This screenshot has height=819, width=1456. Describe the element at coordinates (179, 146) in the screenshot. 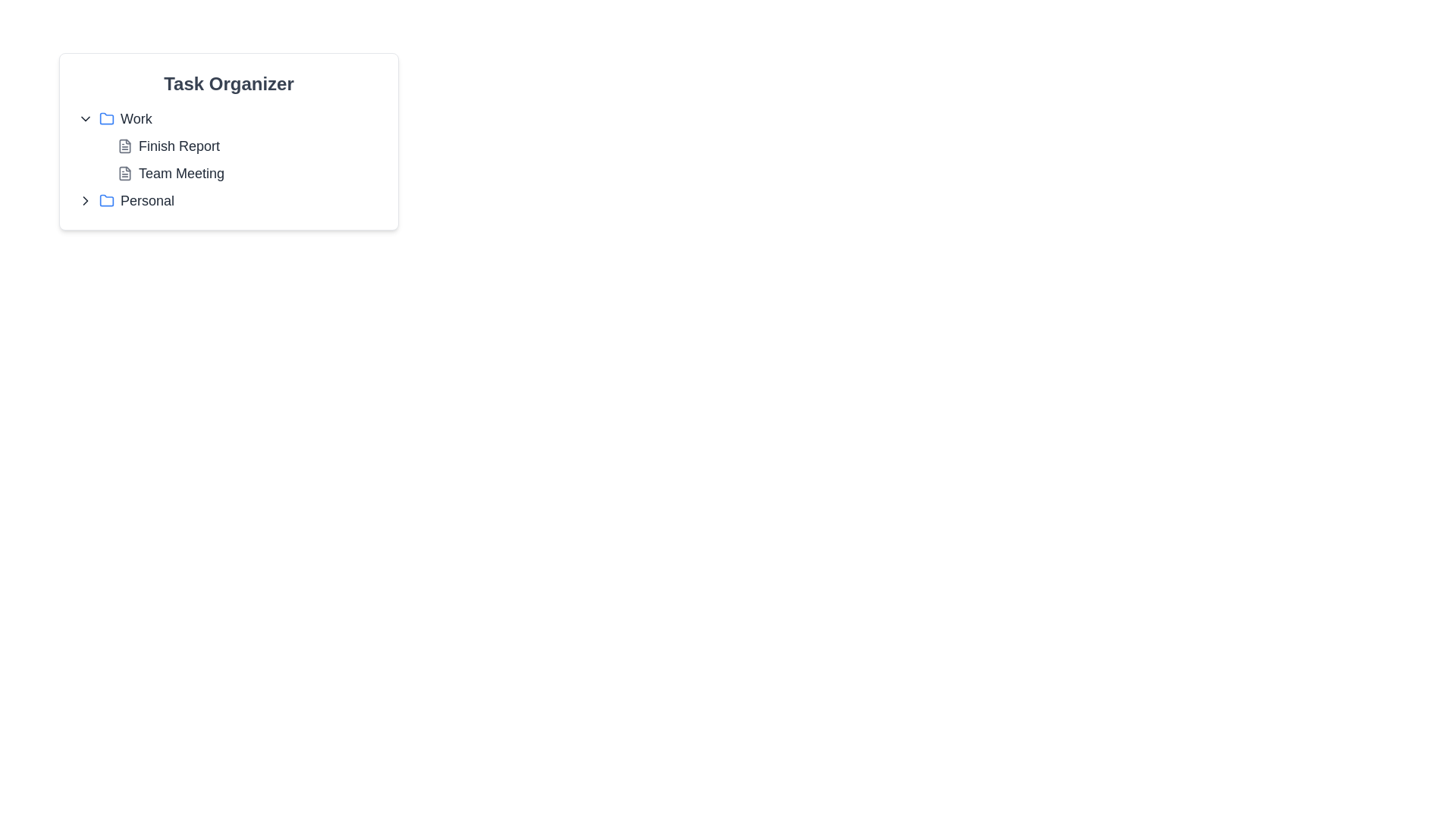

I see `the 'Finish Report' text label, which is prominently displayed in a sans-serif font within the 'Work' section of the 'Task Organizer' menu` at that location.